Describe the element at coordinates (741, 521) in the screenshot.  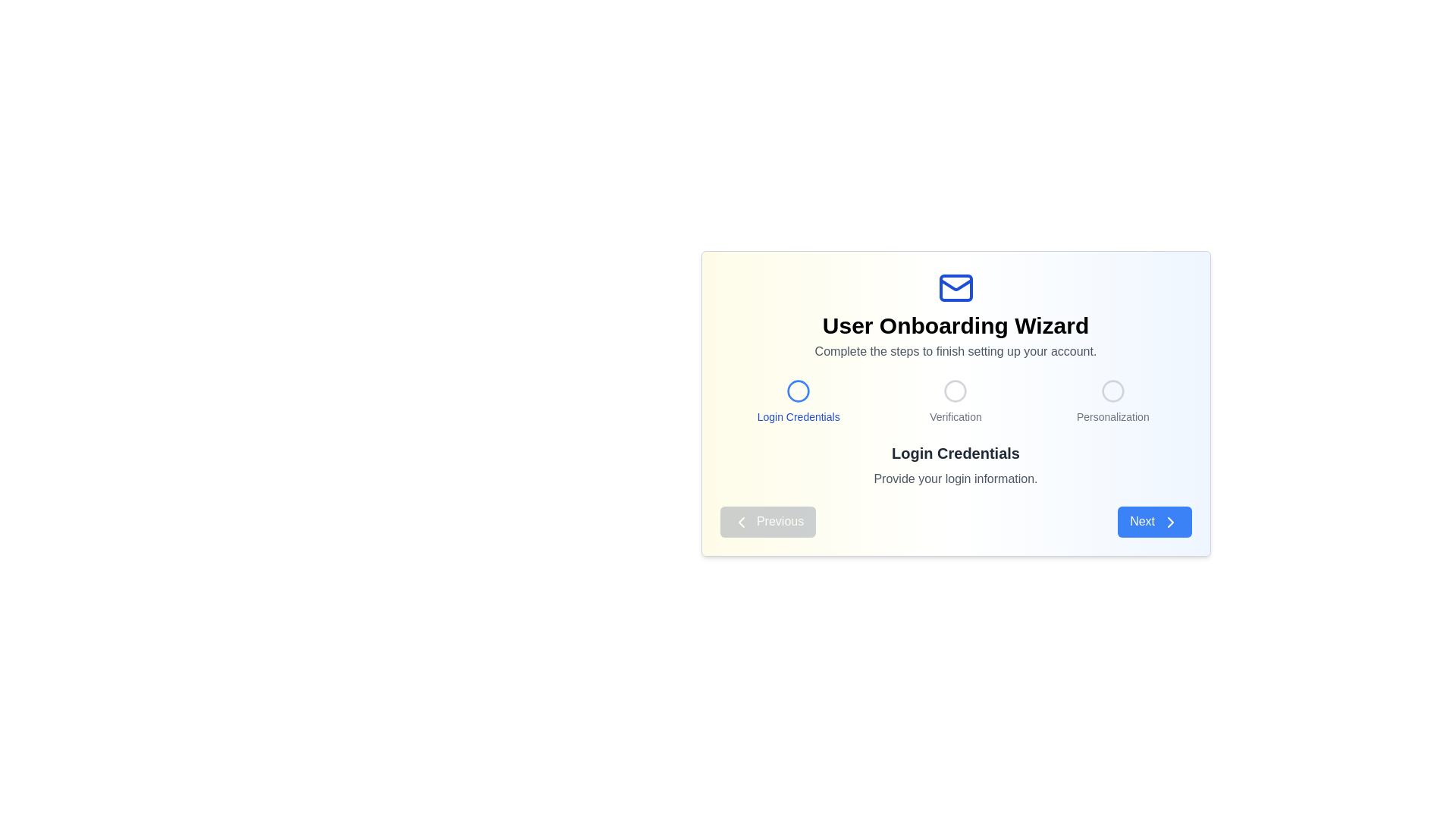
I see `the left-pointing chevron icon located on the far left side of the 'Previous' button` at that location.